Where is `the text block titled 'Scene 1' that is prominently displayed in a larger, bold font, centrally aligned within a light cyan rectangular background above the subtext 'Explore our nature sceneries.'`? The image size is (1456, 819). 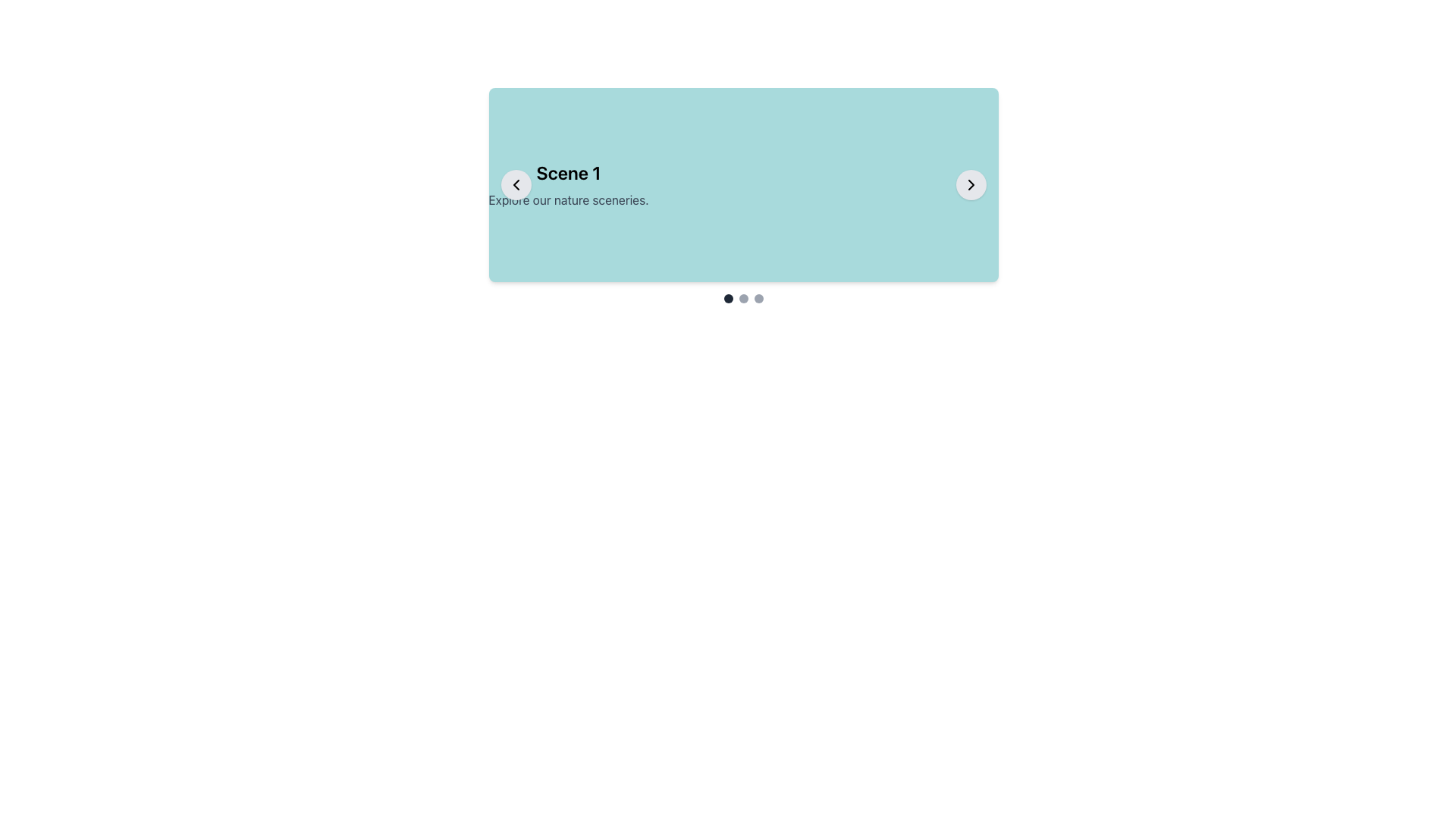 the text block titled 'Scene 1' that is prominently displayed in a larger, bold font, centrally aligned within a light cyan rectangular background above the subtext 'Explore our nature sceneries.' is located at coordinates (567, 184).